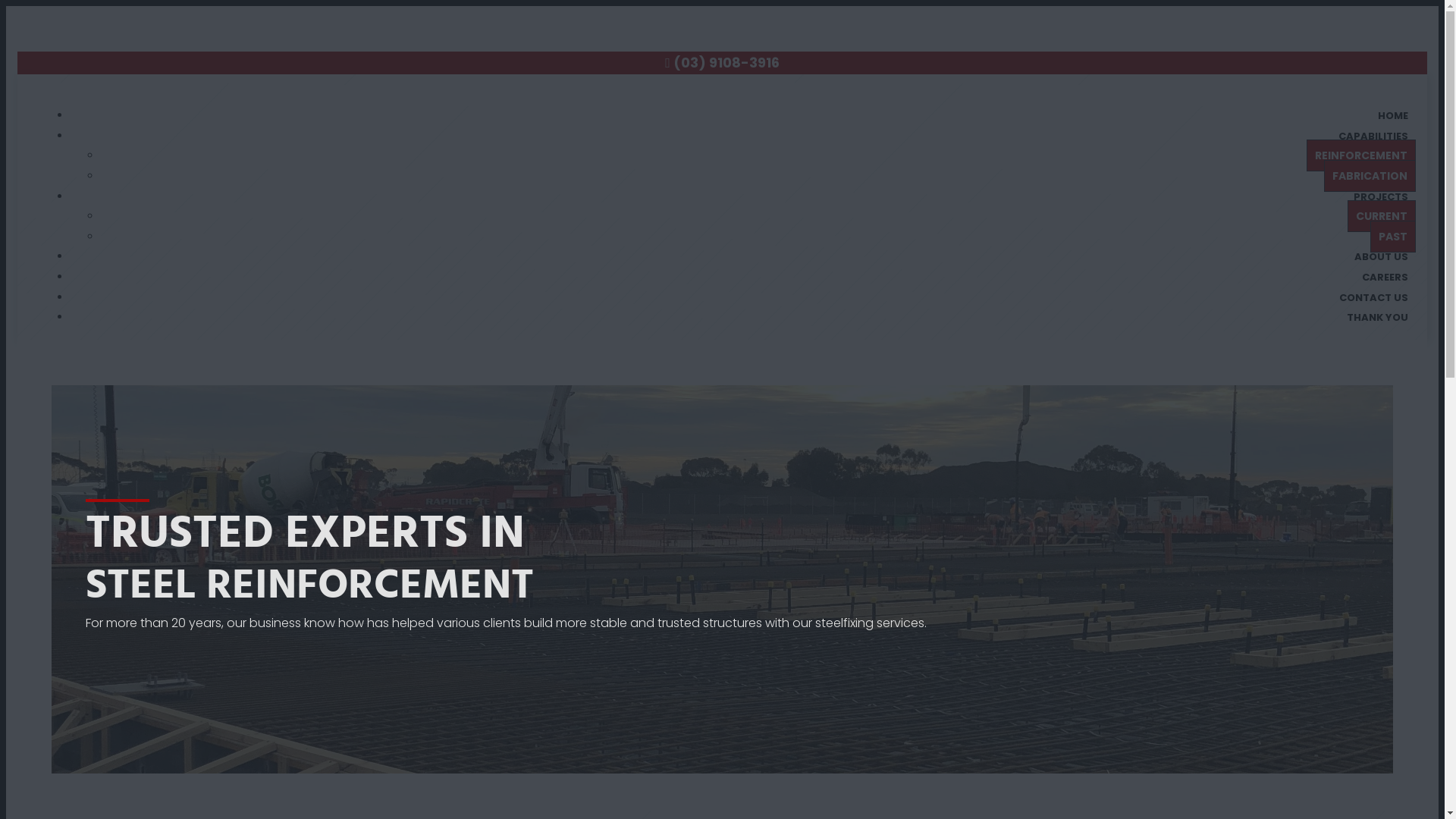 The width and height of the screenshot is (1456, 819). I want to click on 'PAST', so click(1393, 237).